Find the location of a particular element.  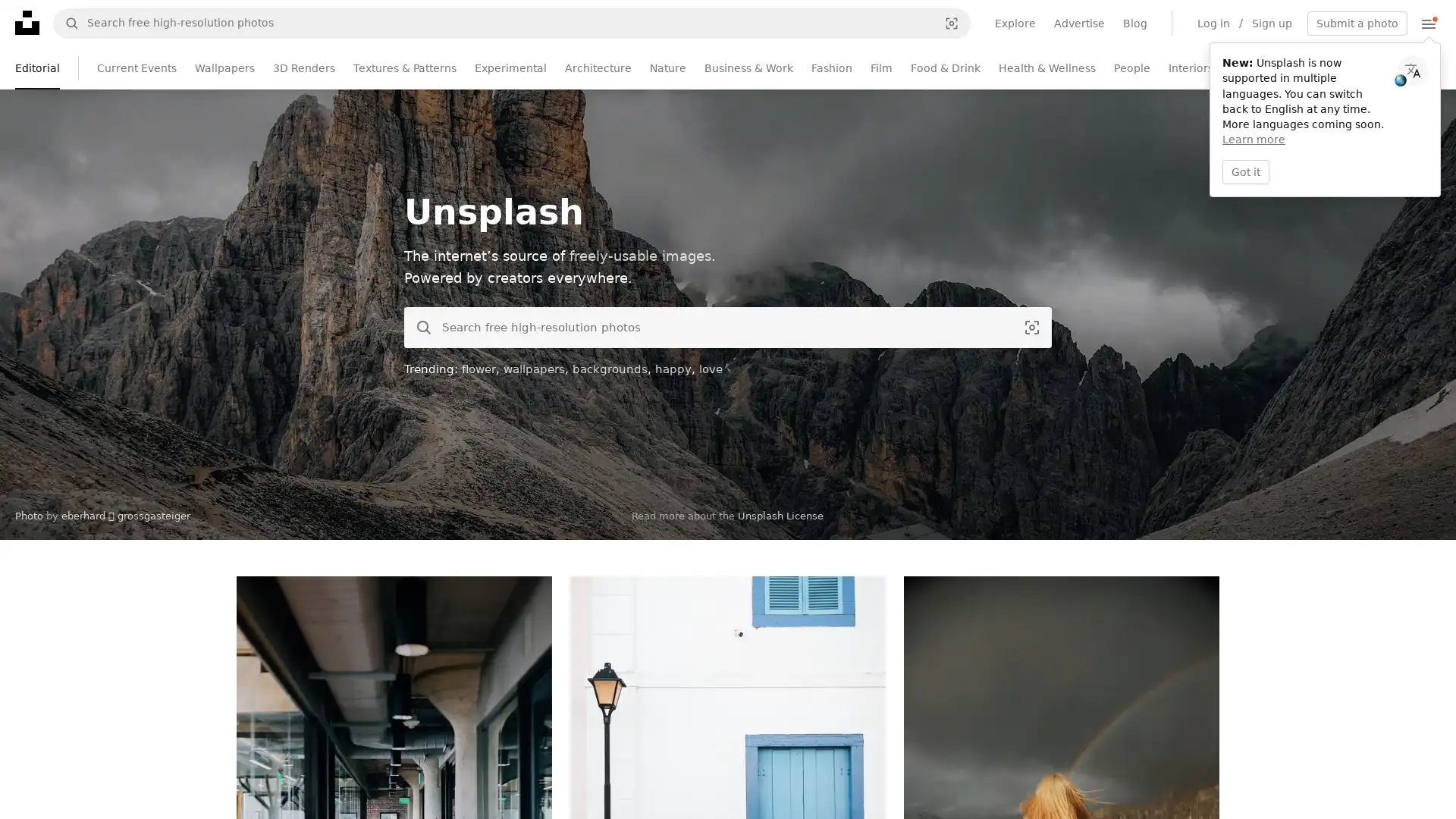

Search Unsplash is located at coordinates (419, 327).